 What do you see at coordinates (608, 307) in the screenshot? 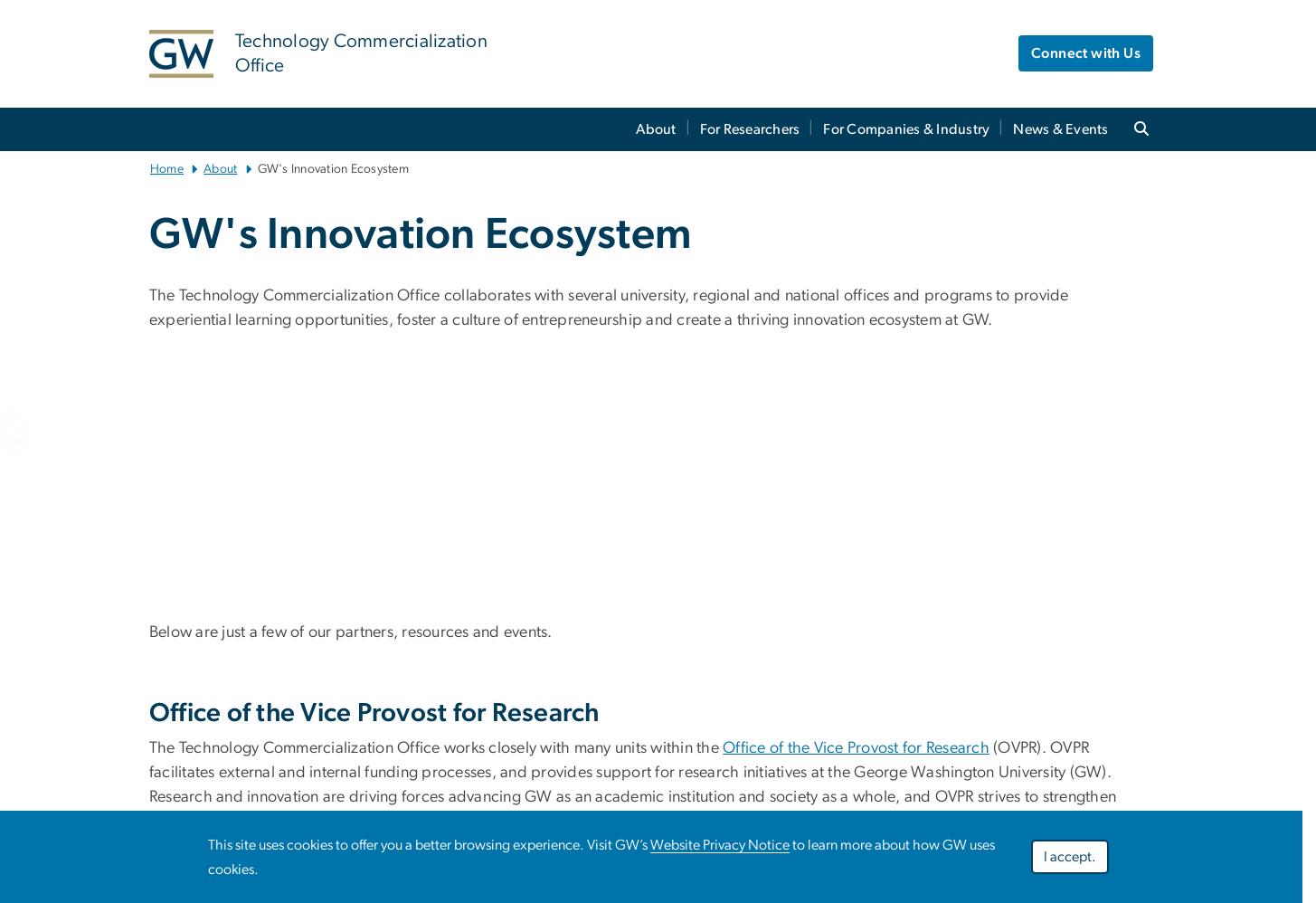
I see `'The Technology Commercialization Office collaborates with several university, regional and national offices and programs to provide experiential learning opportunities, foster a culture of entrepreneurship and create a thriving innovation ecosystem at GW.'` at bounding box center [608, 307].